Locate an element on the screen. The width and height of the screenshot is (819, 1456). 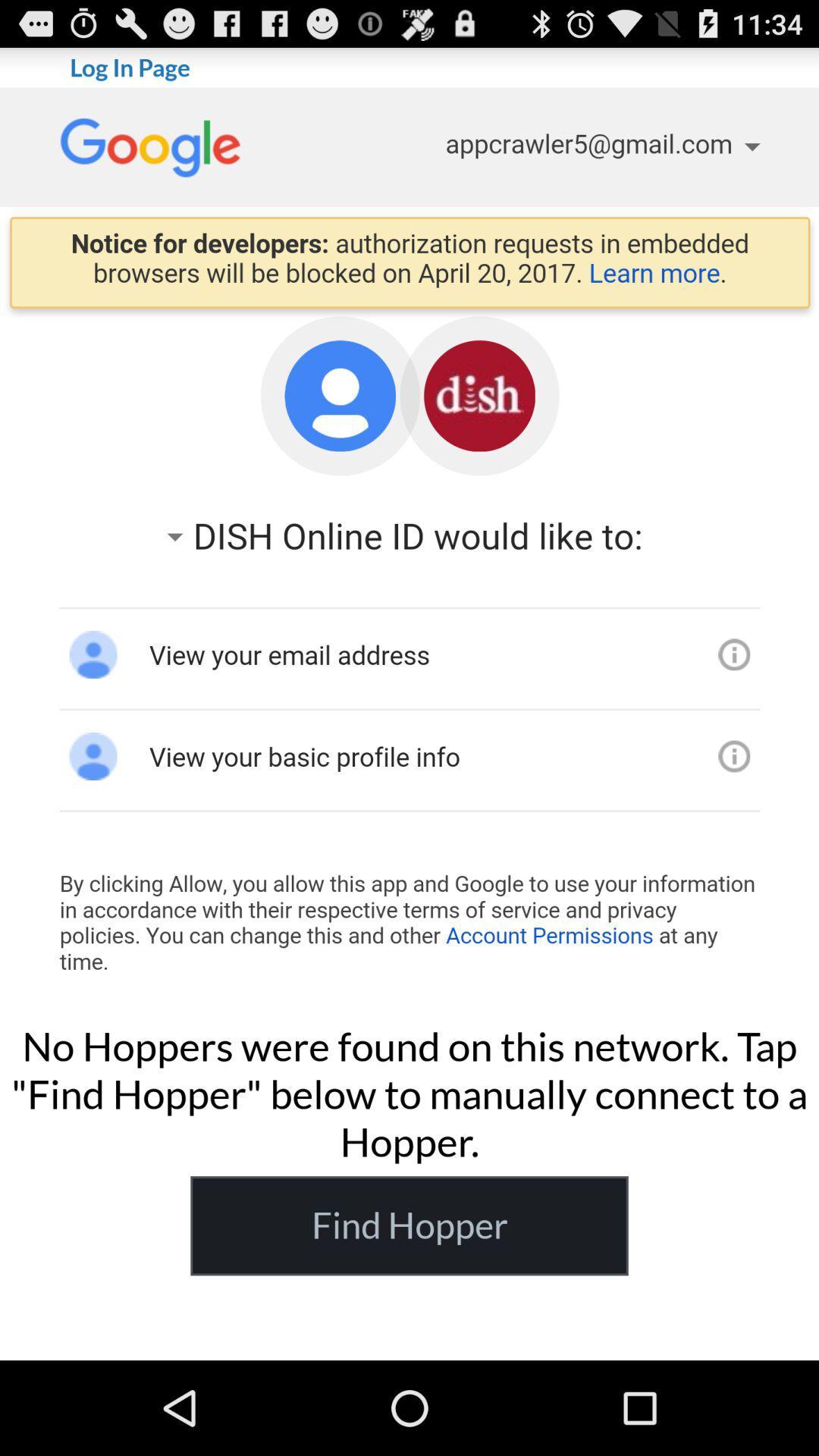
google login page is located at coordinates (409, 547).